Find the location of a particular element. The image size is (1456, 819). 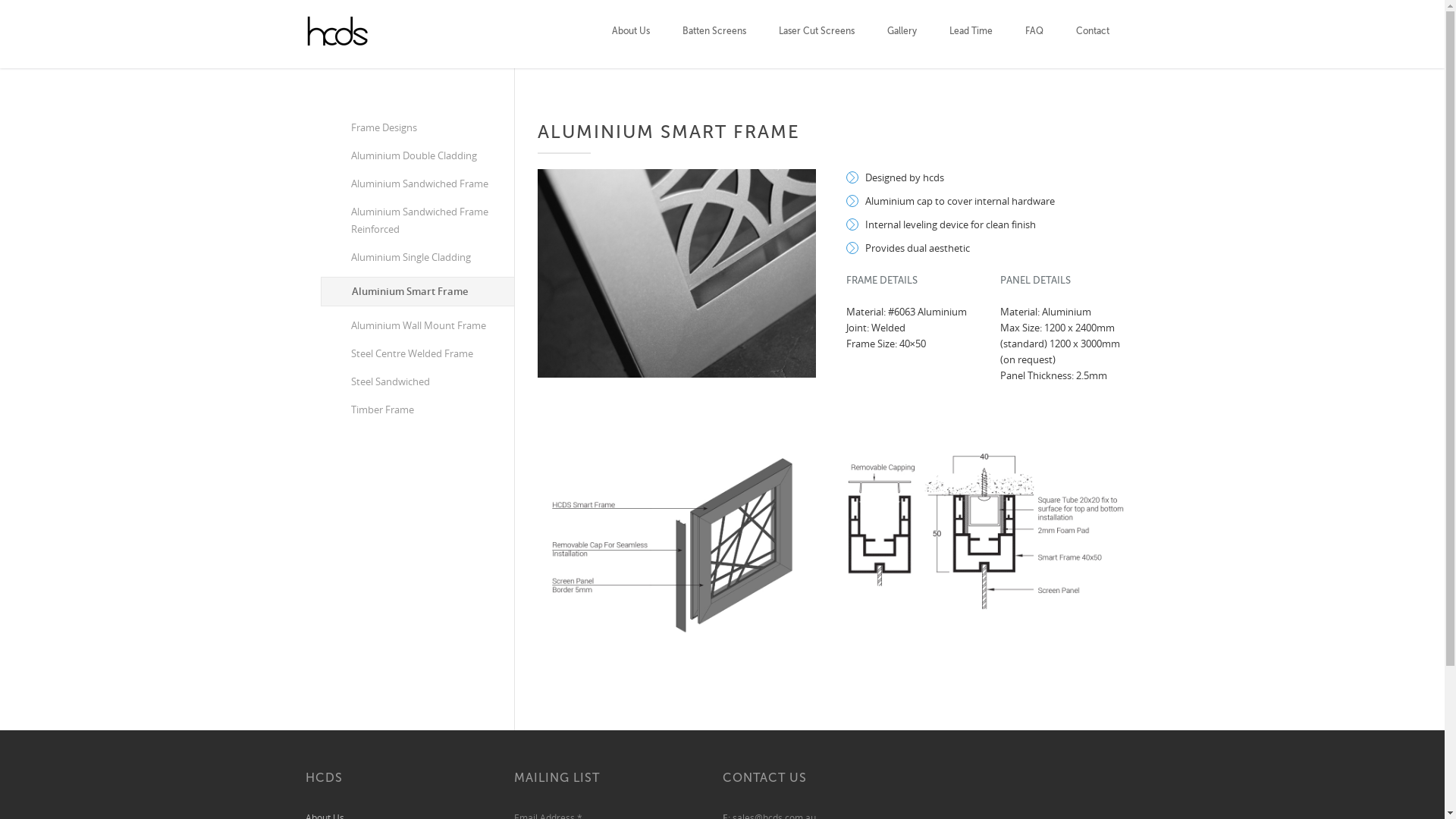

'Laser Cut Screens' is located at coordinates (814, 34).